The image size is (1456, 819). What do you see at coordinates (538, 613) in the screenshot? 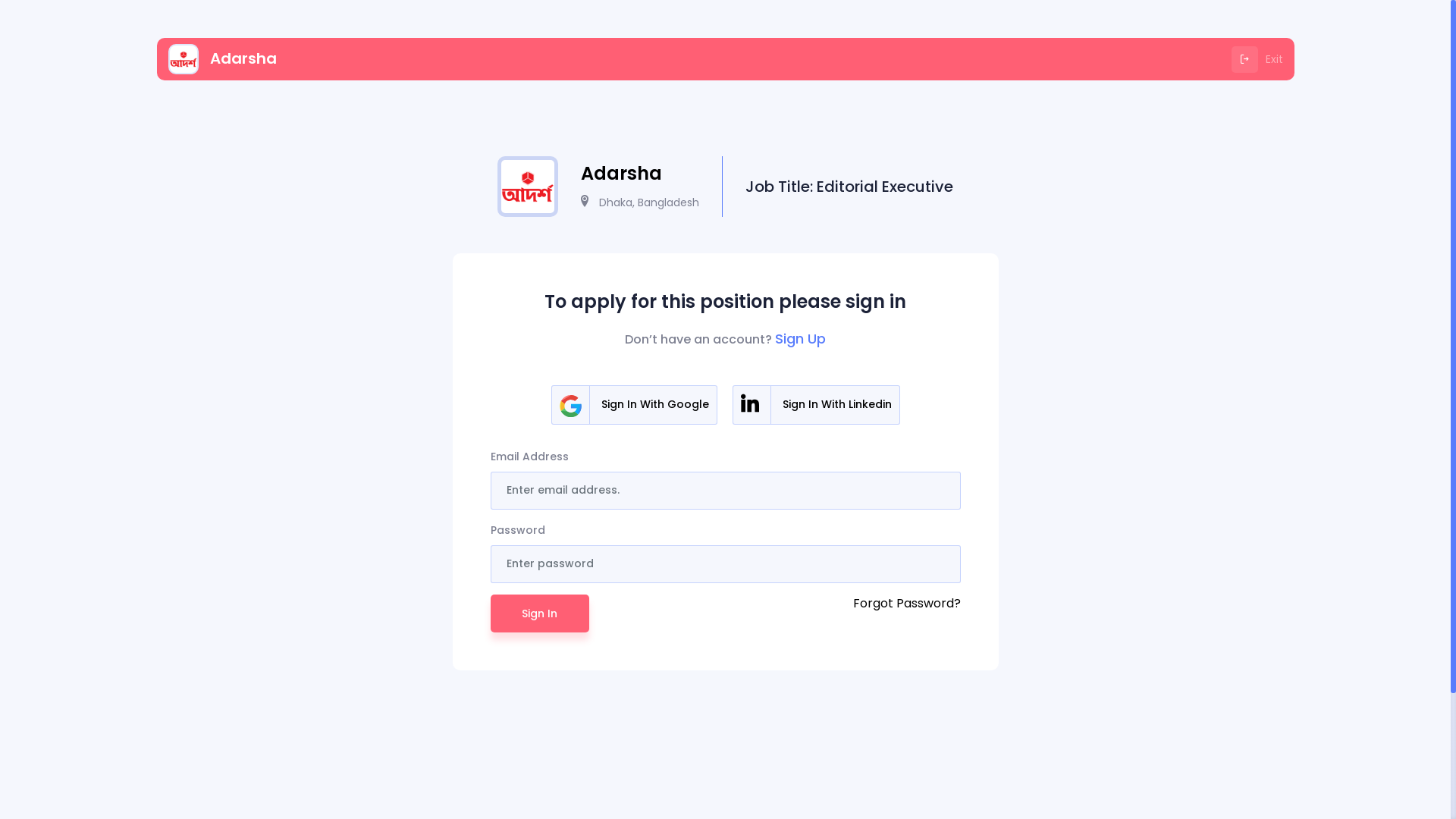
I see `'Sign In'` at bounding box center [538, 613].